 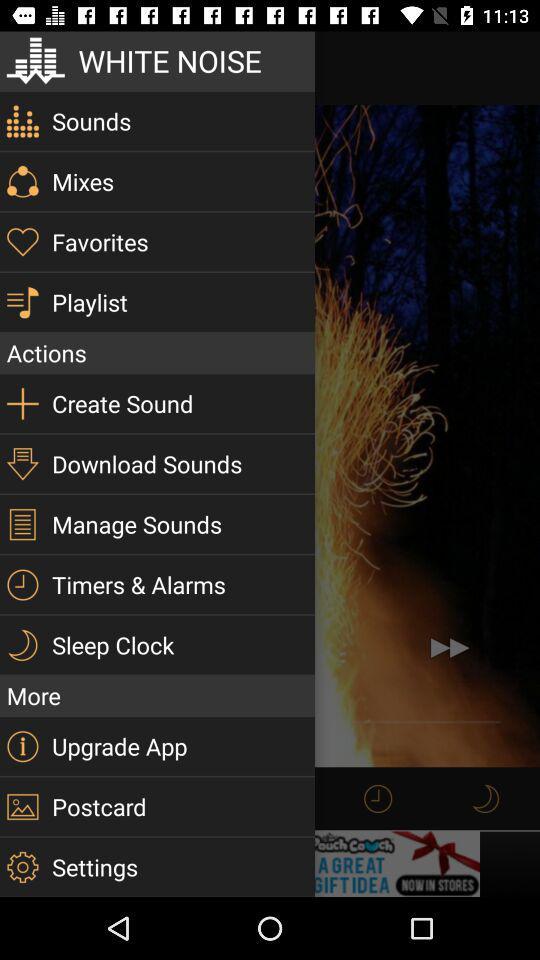 What do you see at coordinates (21, 302) in the screenshot?
I see `symbol left to playlist` at bounding box center [21, 302].